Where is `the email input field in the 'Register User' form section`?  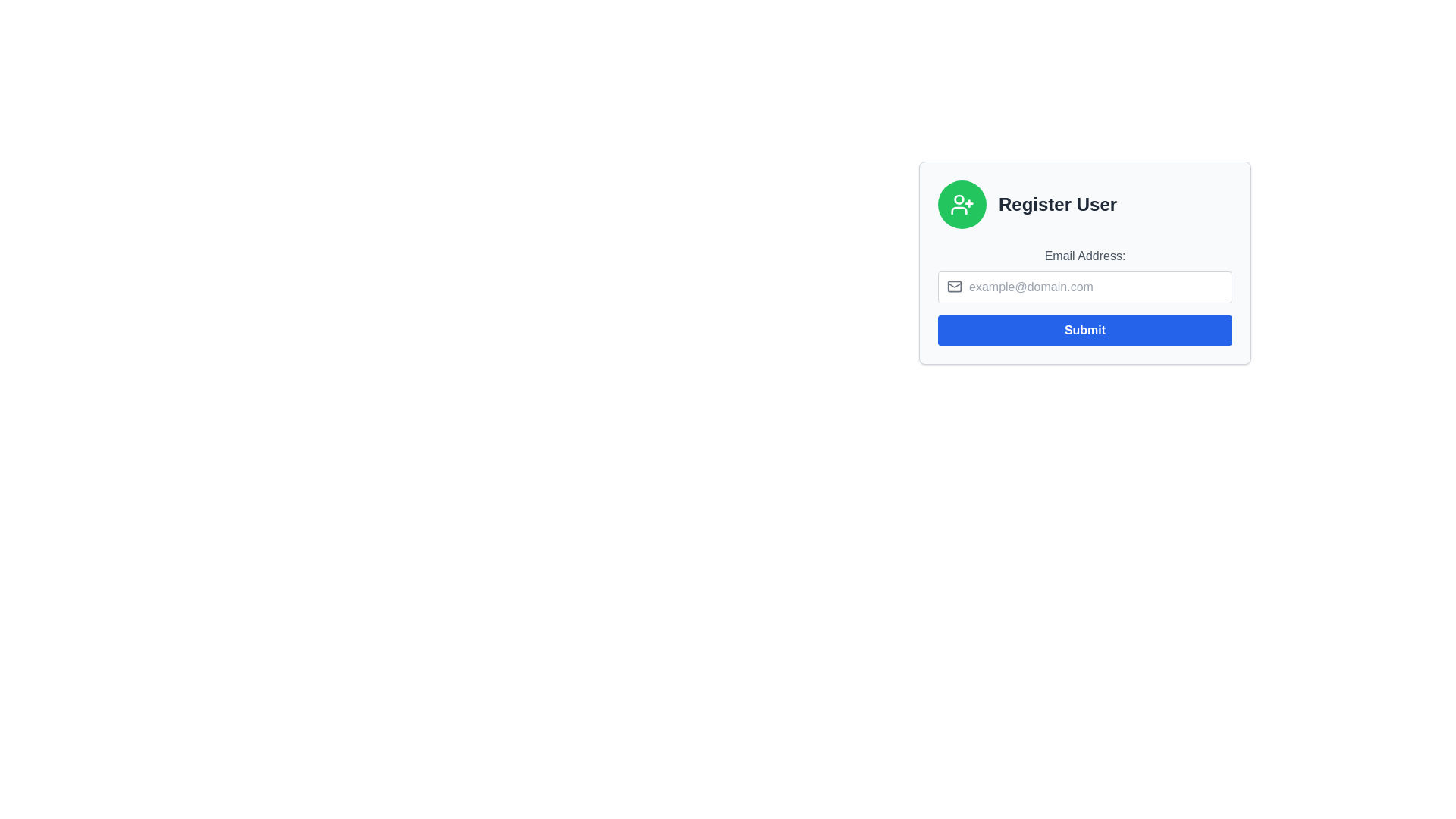
the email input field in the 'Register User' form section is located at coordinates (1084, 296).